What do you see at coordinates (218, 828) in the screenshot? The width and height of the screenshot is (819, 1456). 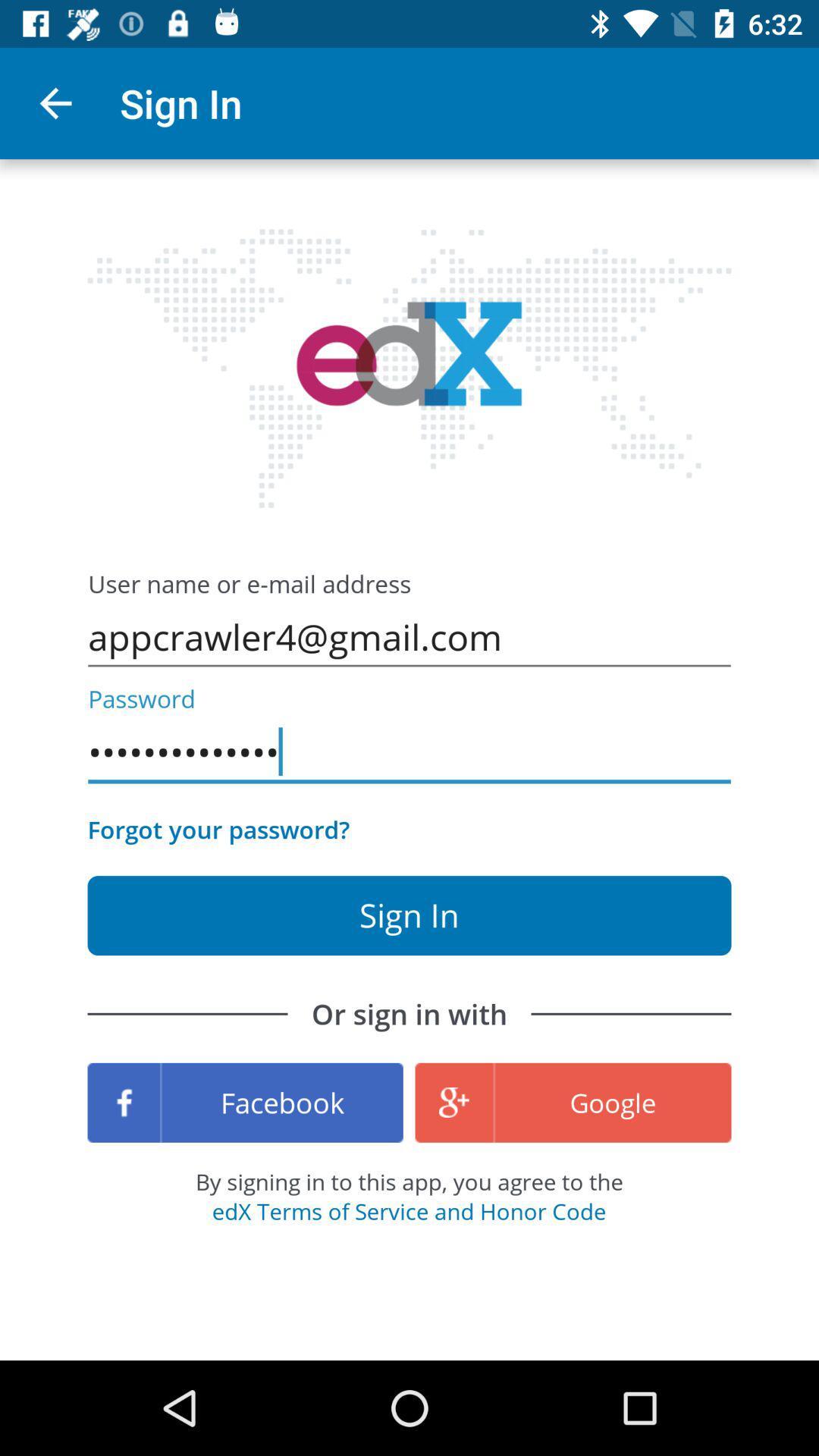 I see `the item on the left` at bounding box center [218, 828].